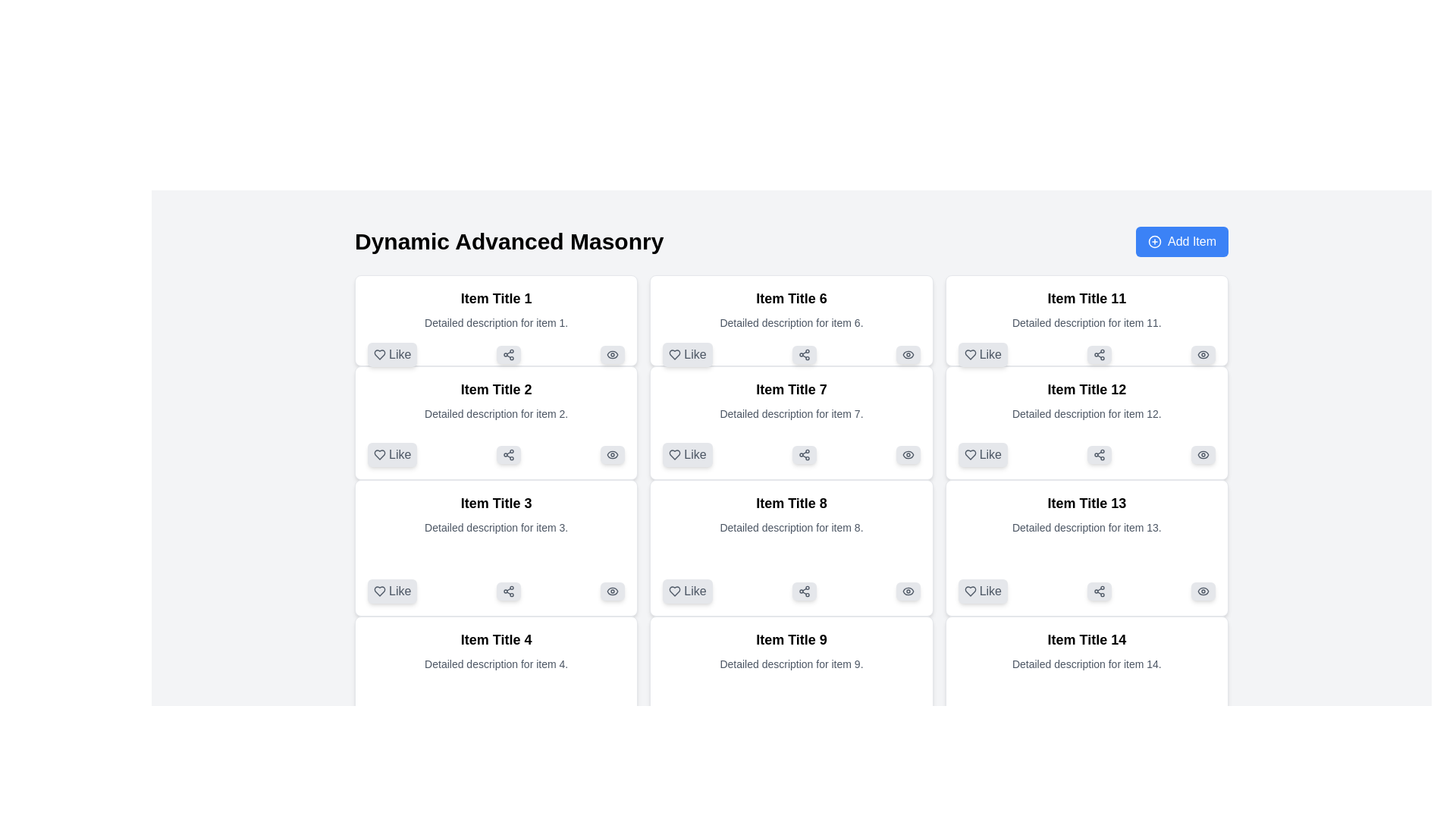 This screenshot has width=1456, height=819. What do you see at coordinates (1086, 663) in the screenshot?
I see `text label that displays 'Detailed description for item 14.' located below the heading 'Item Title 14' in the bottom-right corner of the grid` at bounding box center [1086, 663].